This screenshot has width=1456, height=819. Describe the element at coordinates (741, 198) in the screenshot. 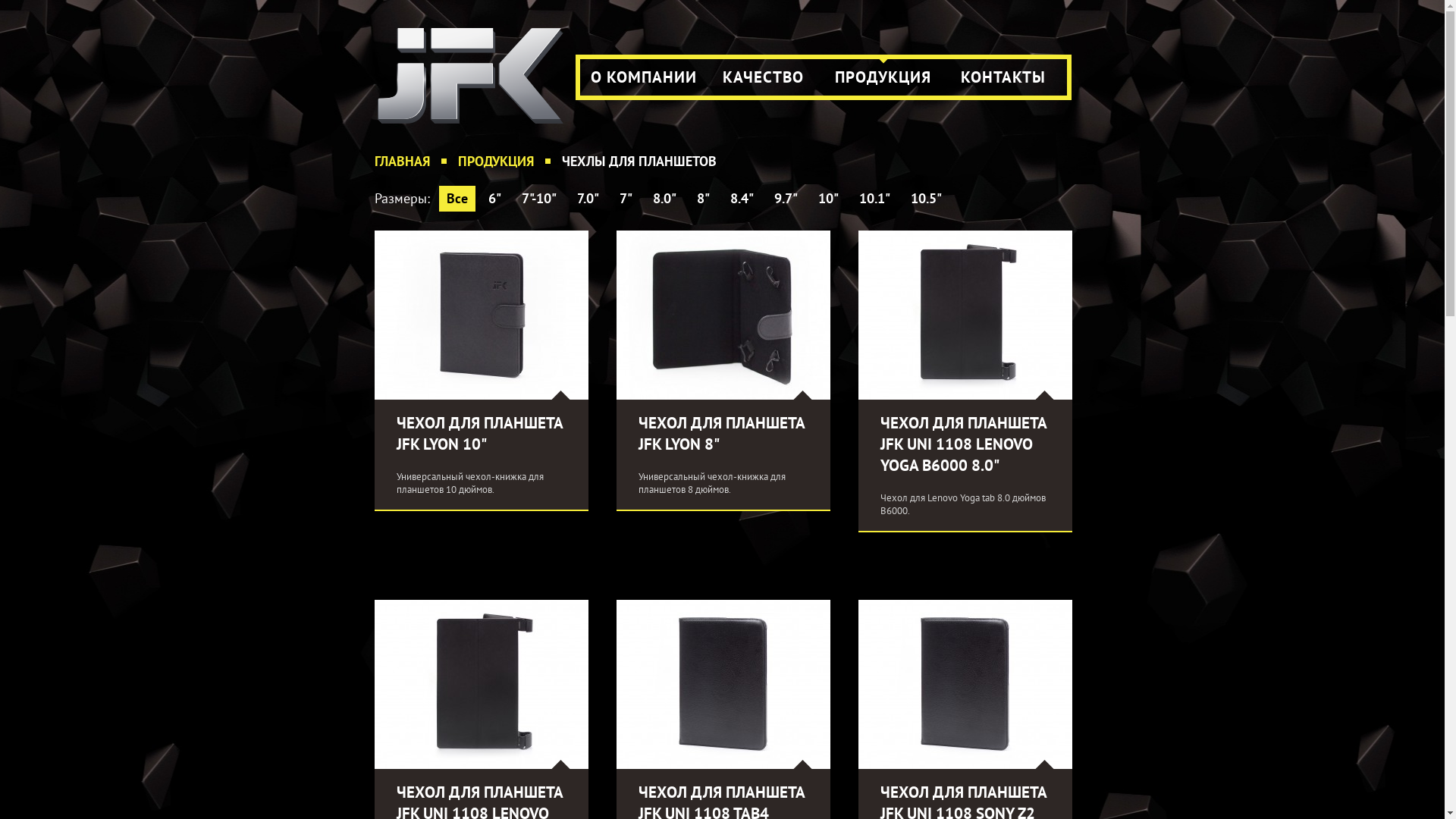

I see `'8.4"'` at that location.